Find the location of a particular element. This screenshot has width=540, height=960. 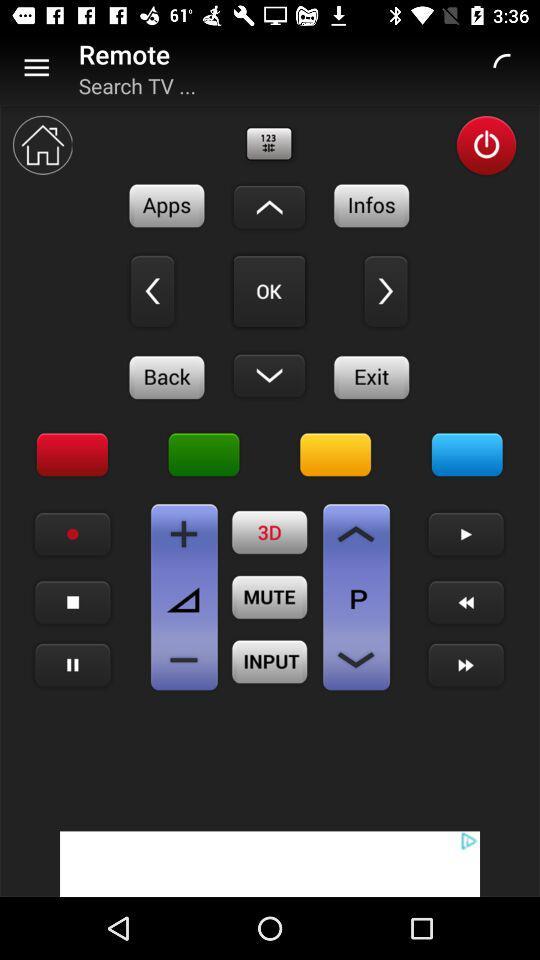

move cursor to the left is located at coordinates (151, 290).